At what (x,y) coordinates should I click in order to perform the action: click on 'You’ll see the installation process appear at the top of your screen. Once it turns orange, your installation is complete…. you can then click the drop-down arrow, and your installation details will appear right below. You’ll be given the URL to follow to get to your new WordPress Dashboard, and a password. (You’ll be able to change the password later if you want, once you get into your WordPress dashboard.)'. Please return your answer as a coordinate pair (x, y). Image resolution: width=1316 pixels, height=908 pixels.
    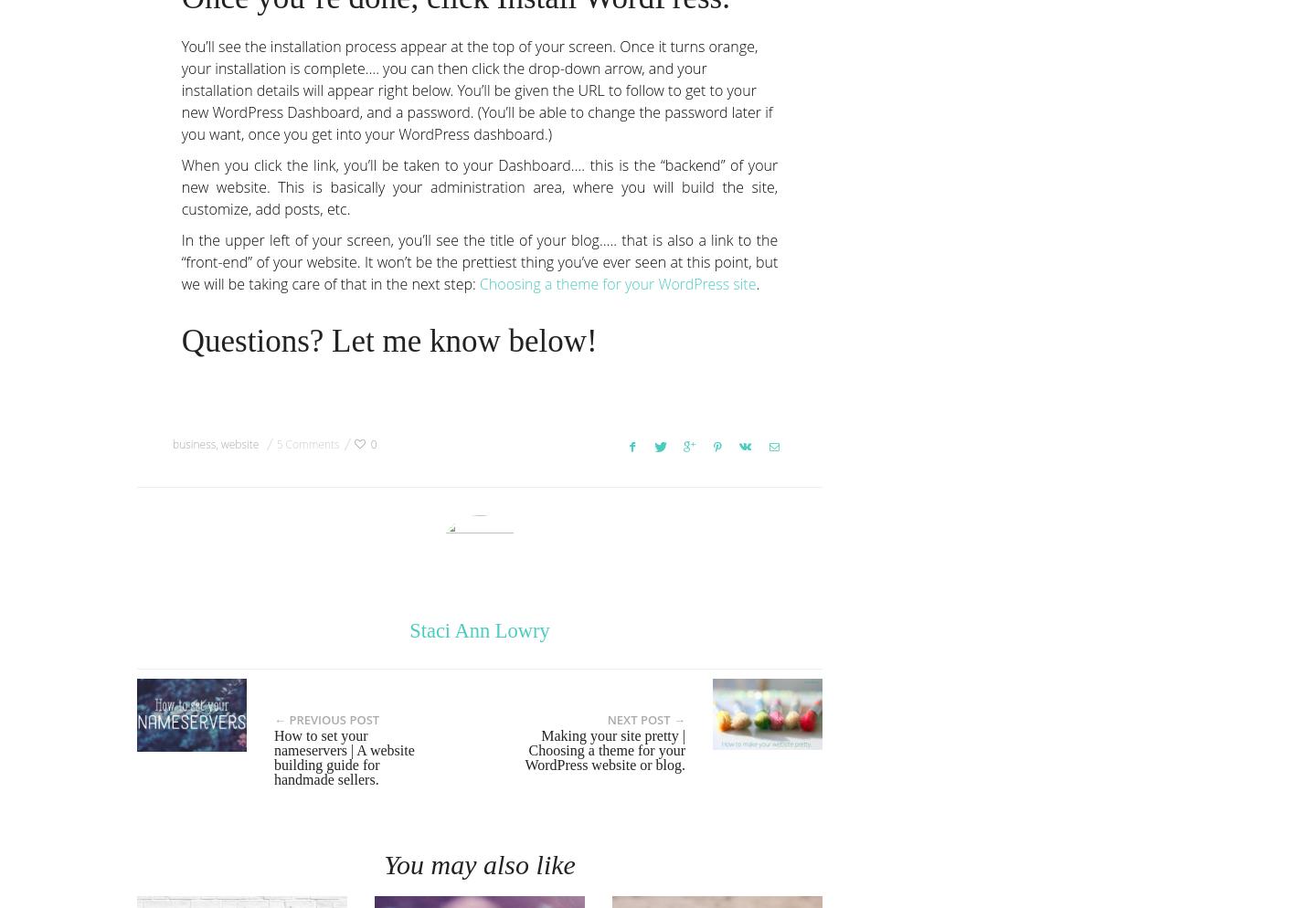
    Looking at the image, I should click on (475, 90).